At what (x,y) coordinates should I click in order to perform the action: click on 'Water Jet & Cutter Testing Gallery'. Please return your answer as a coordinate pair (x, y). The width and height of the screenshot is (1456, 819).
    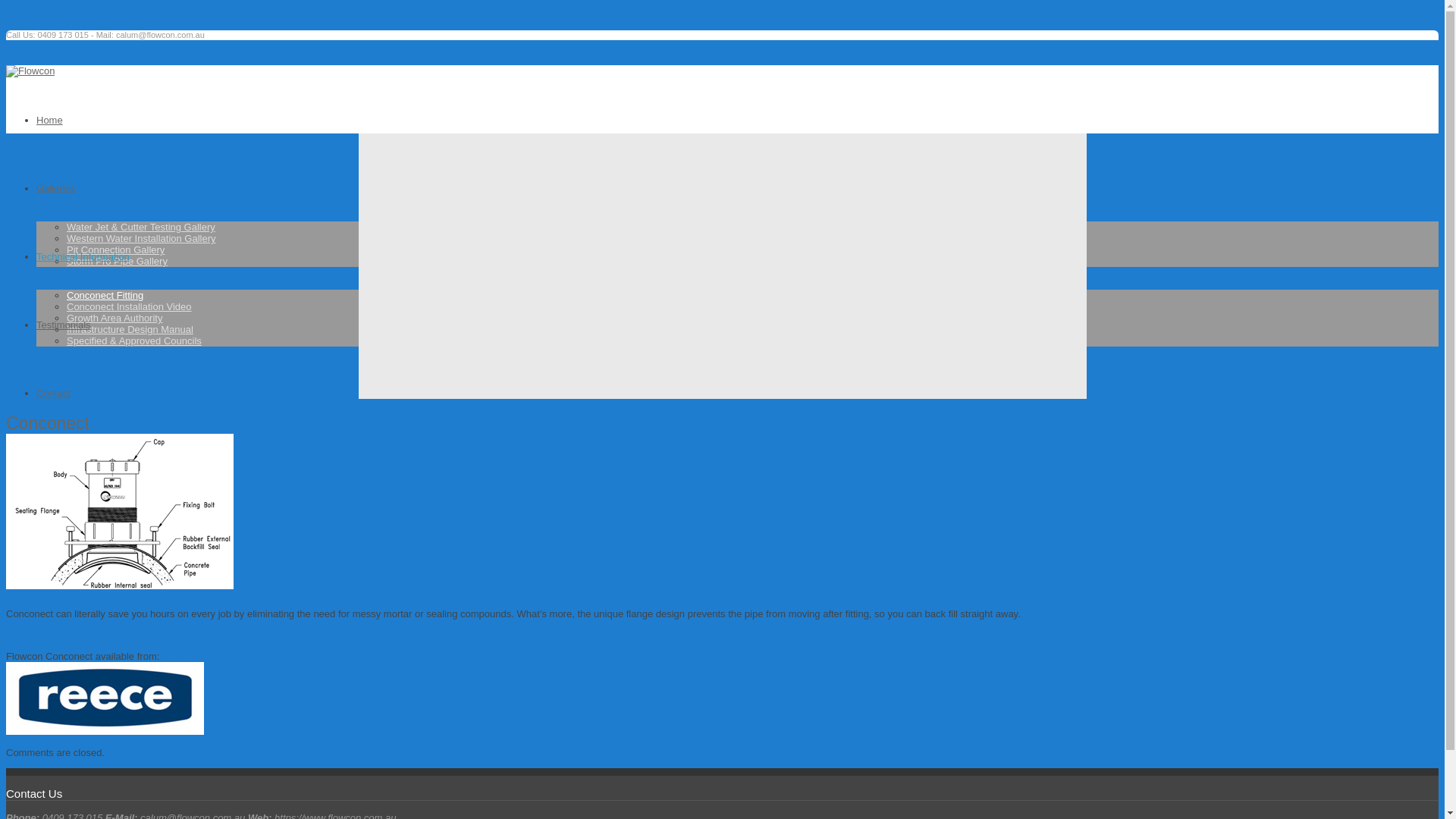
    Looking at the image, I should click on (65, 227).